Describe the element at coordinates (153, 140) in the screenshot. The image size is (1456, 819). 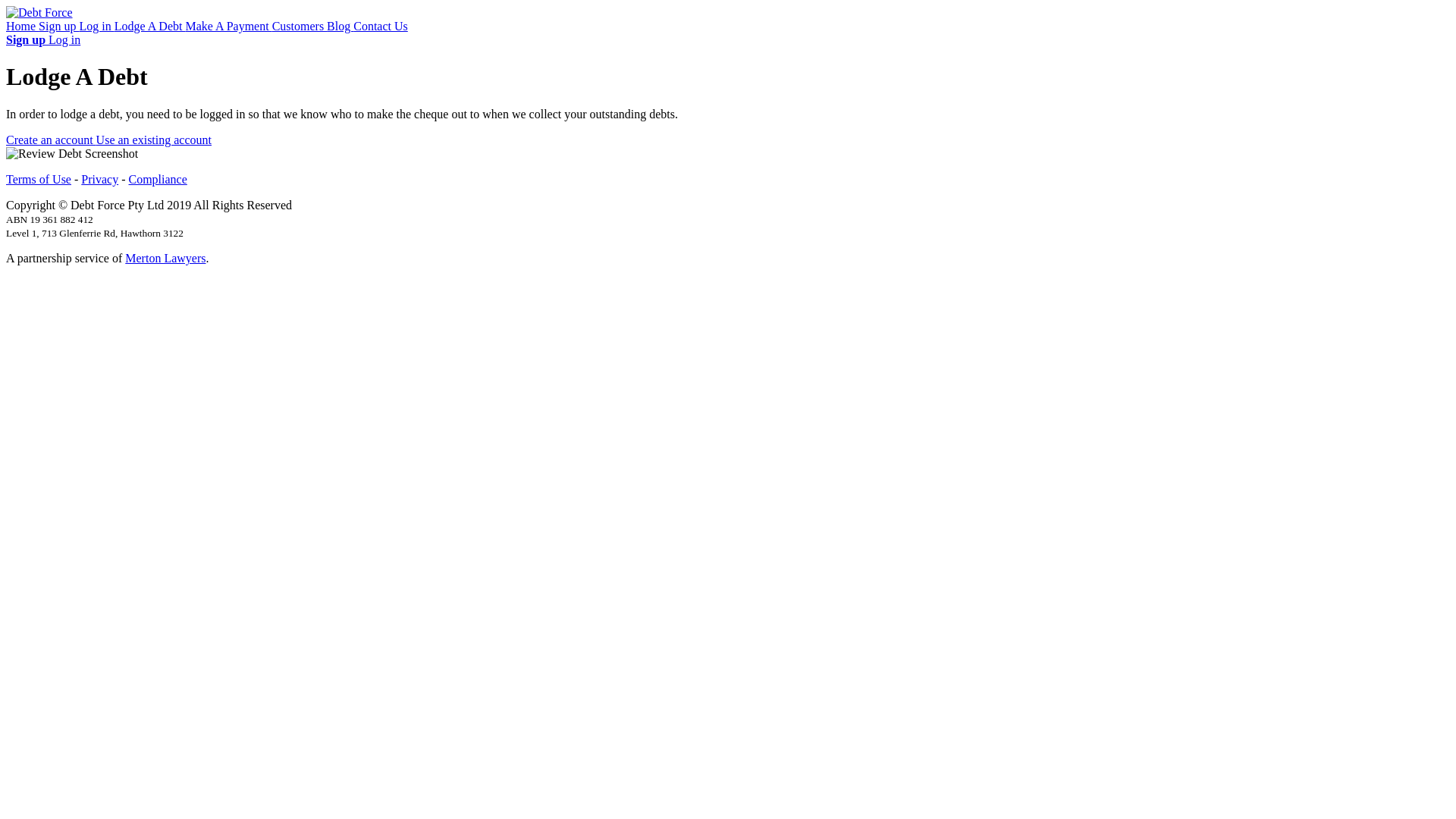
I see `'Use an existing account'` at that location.